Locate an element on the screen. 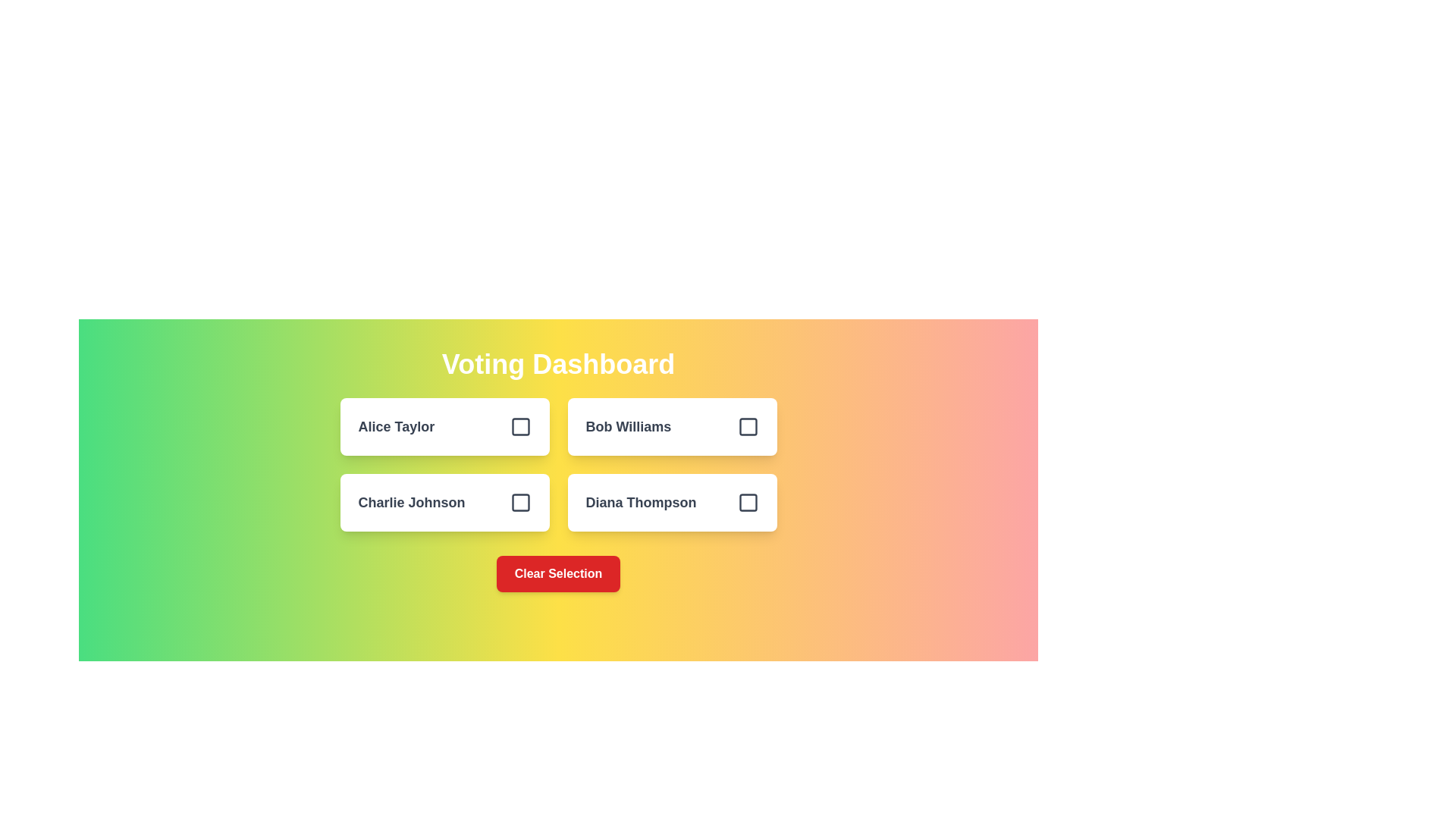 The image size is (1456, 819). the candidate item Charlie Johnson to observe the hover effect is located at coordinates (444, 503).